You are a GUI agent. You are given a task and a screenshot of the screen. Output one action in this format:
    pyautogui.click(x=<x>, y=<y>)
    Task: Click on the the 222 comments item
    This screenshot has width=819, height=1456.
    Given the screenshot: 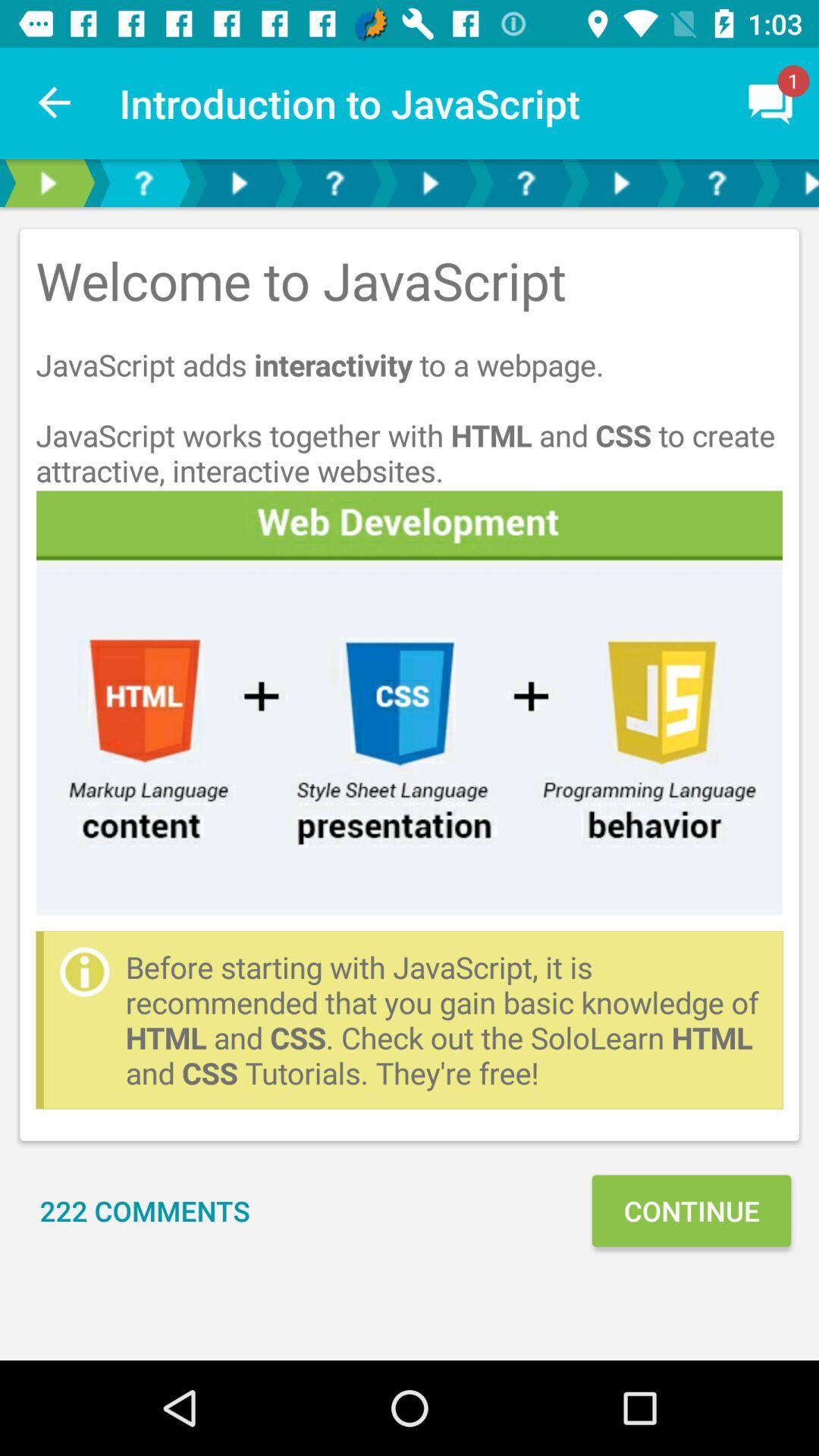 What is the action you would take?
    pyautogui.click(x=145, y=1210)
    